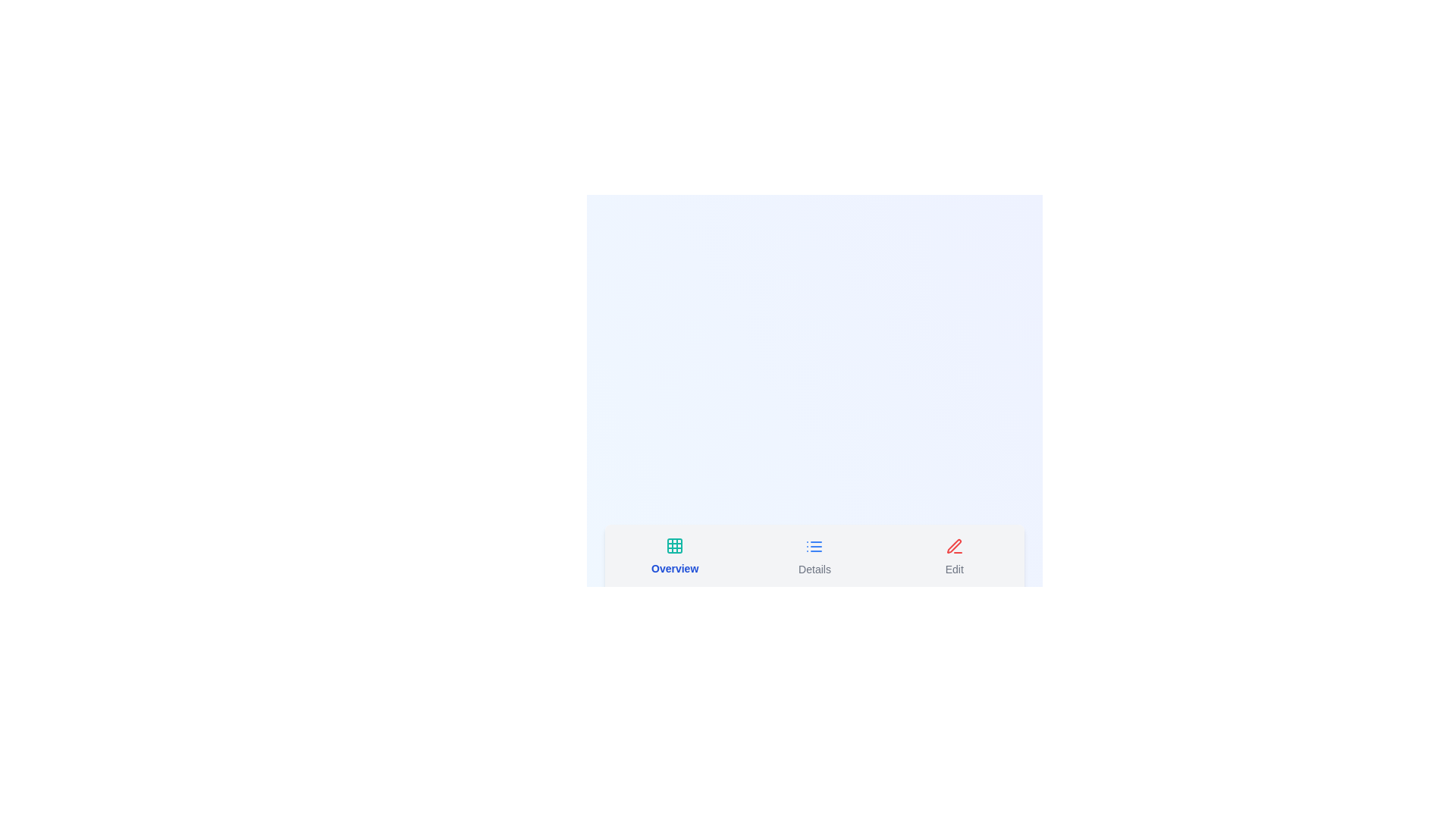 This screenshot has width=1456, height=819. I want to click on the tab labeled Edit by clicking on its button, so click(952, 556).